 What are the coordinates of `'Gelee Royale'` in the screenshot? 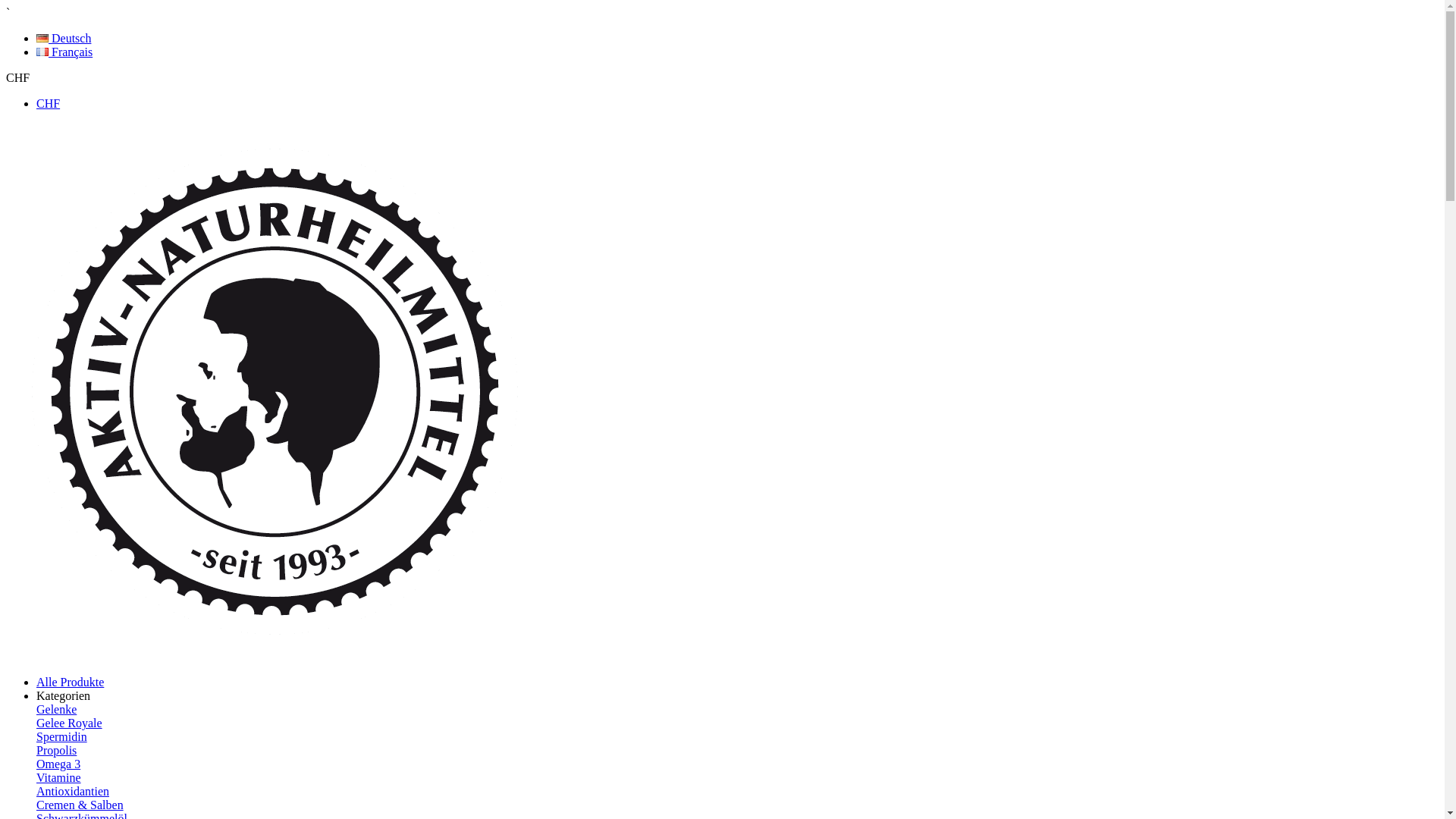 It's located at (68, 722).